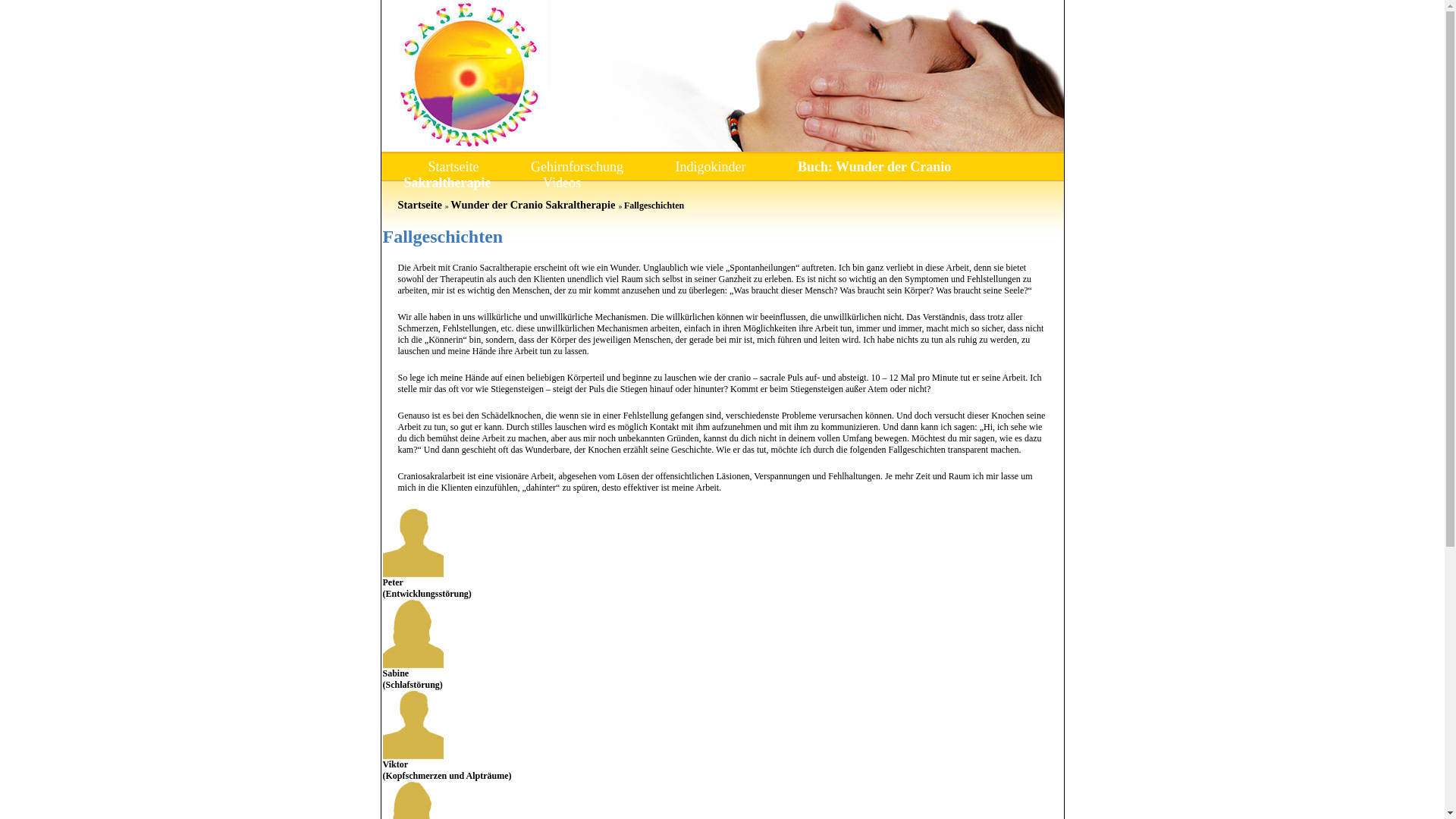 Image resolution: width=1456 pixels, height=819 pixels. I want to click on 'Gehirnforschung', so click(576, 166).